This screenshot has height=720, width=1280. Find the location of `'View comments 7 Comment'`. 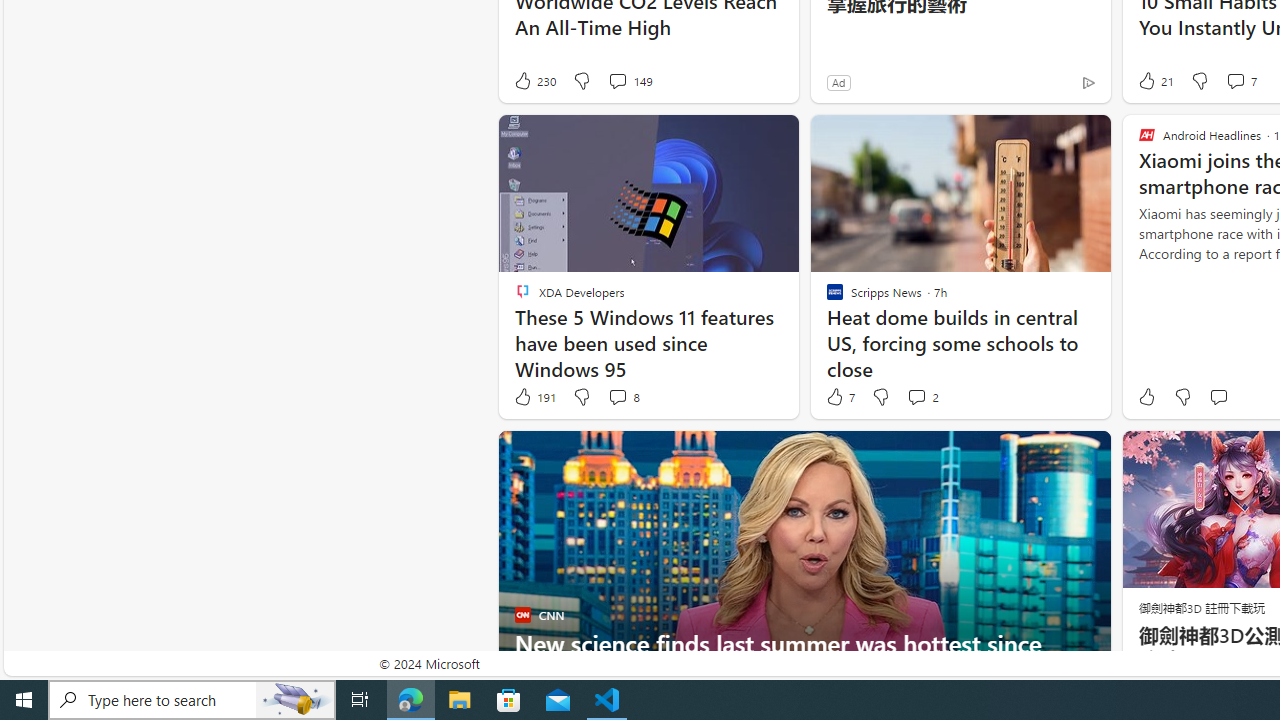

'View comments 7 Comment' is located at coordinates (1239, 80).